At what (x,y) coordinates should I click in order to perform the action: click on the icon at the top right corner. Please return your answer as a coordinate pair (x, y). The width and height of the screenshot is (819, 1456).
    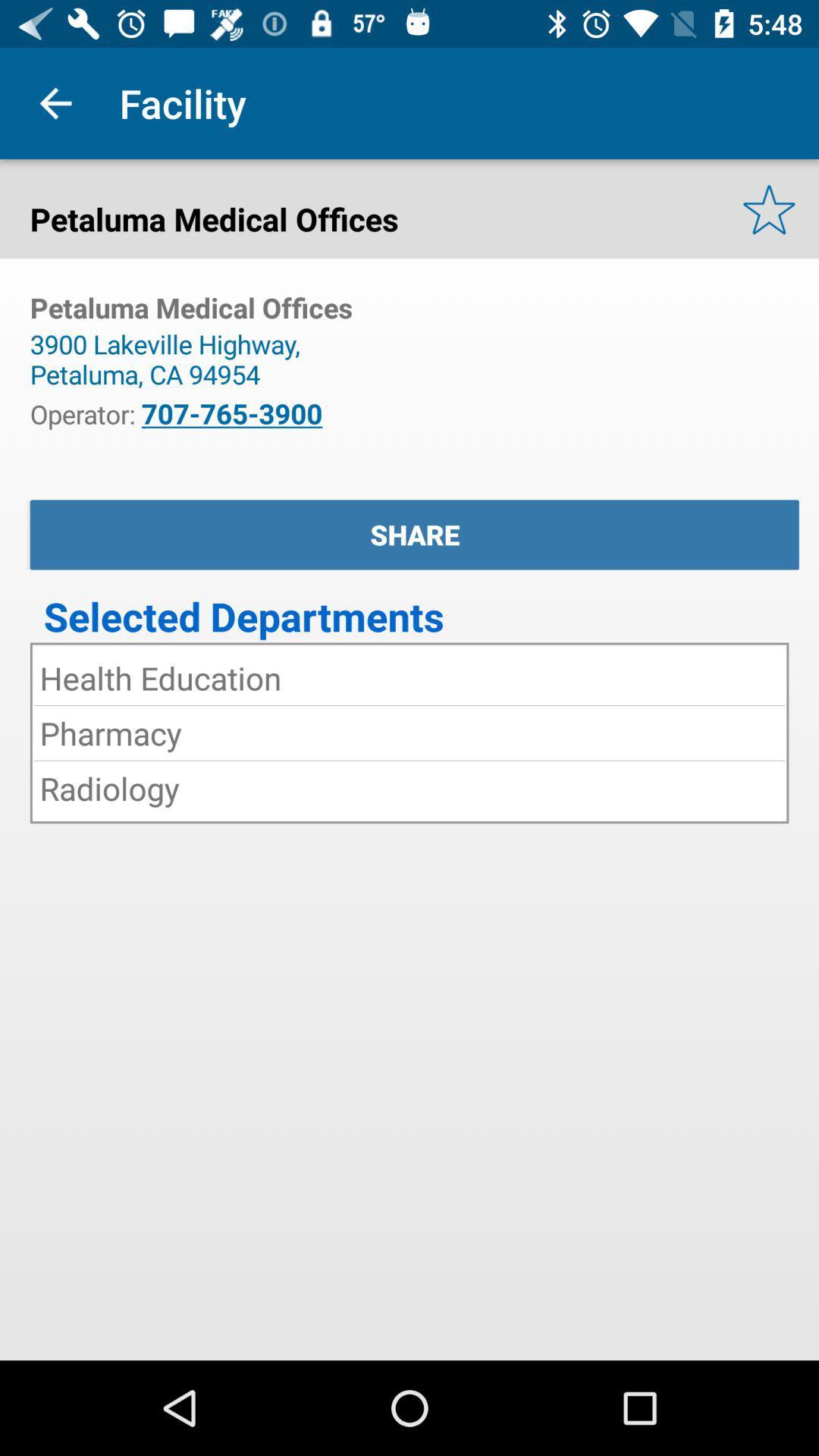
    Looking at the image, I should click on (769, 208).